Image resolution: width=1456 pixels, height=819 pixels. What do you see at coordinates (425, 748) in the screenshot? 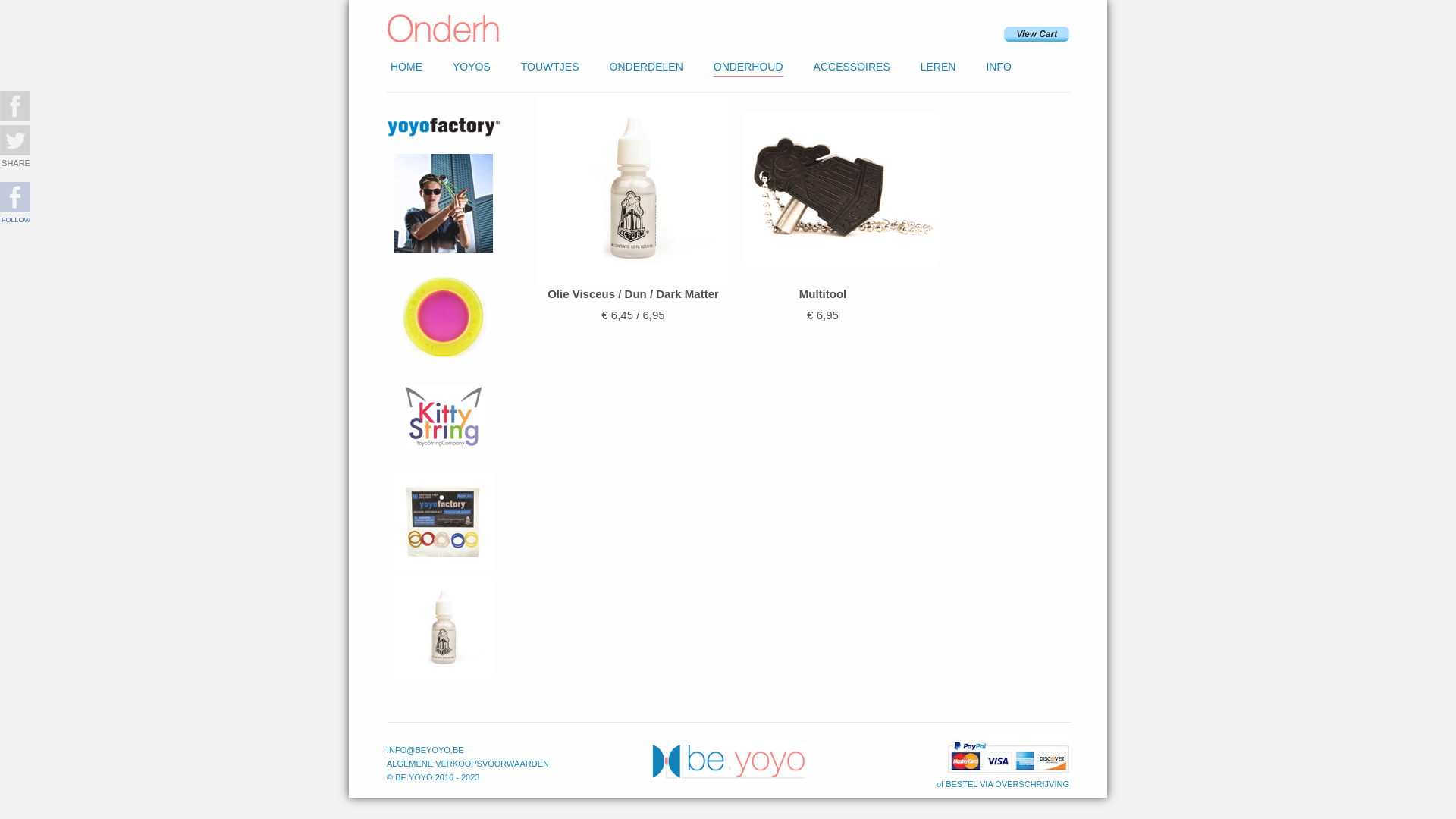
I see `'INFO@BEYOYO.BE'` at bounding box center [425, 748].